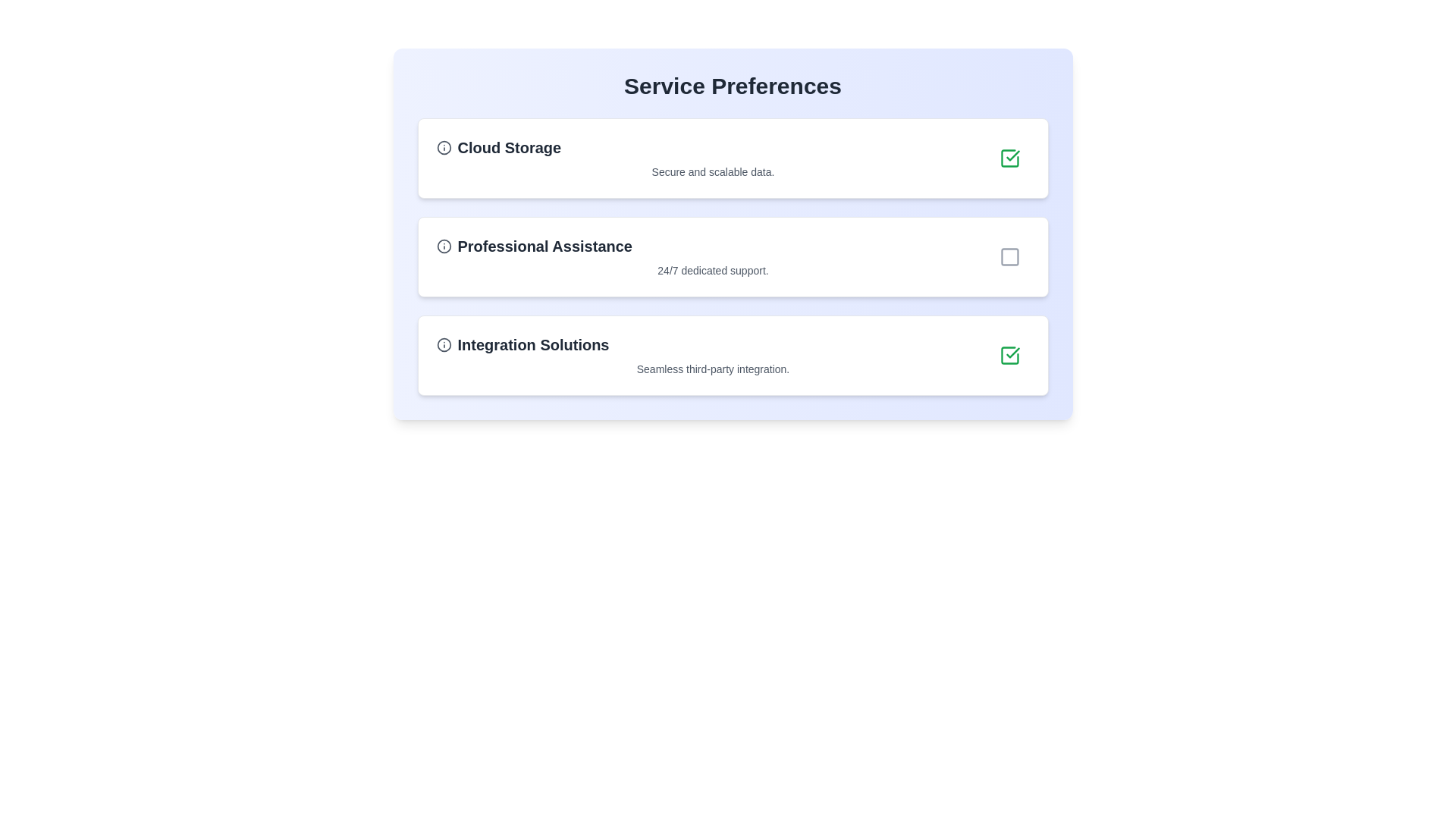 This screenshot has width=1456, height=819. I want to click on the text label that describes the feature of 'Cloud Storage', positioned below the main heading in the 'Service Preferences' section, so click(712, 171).